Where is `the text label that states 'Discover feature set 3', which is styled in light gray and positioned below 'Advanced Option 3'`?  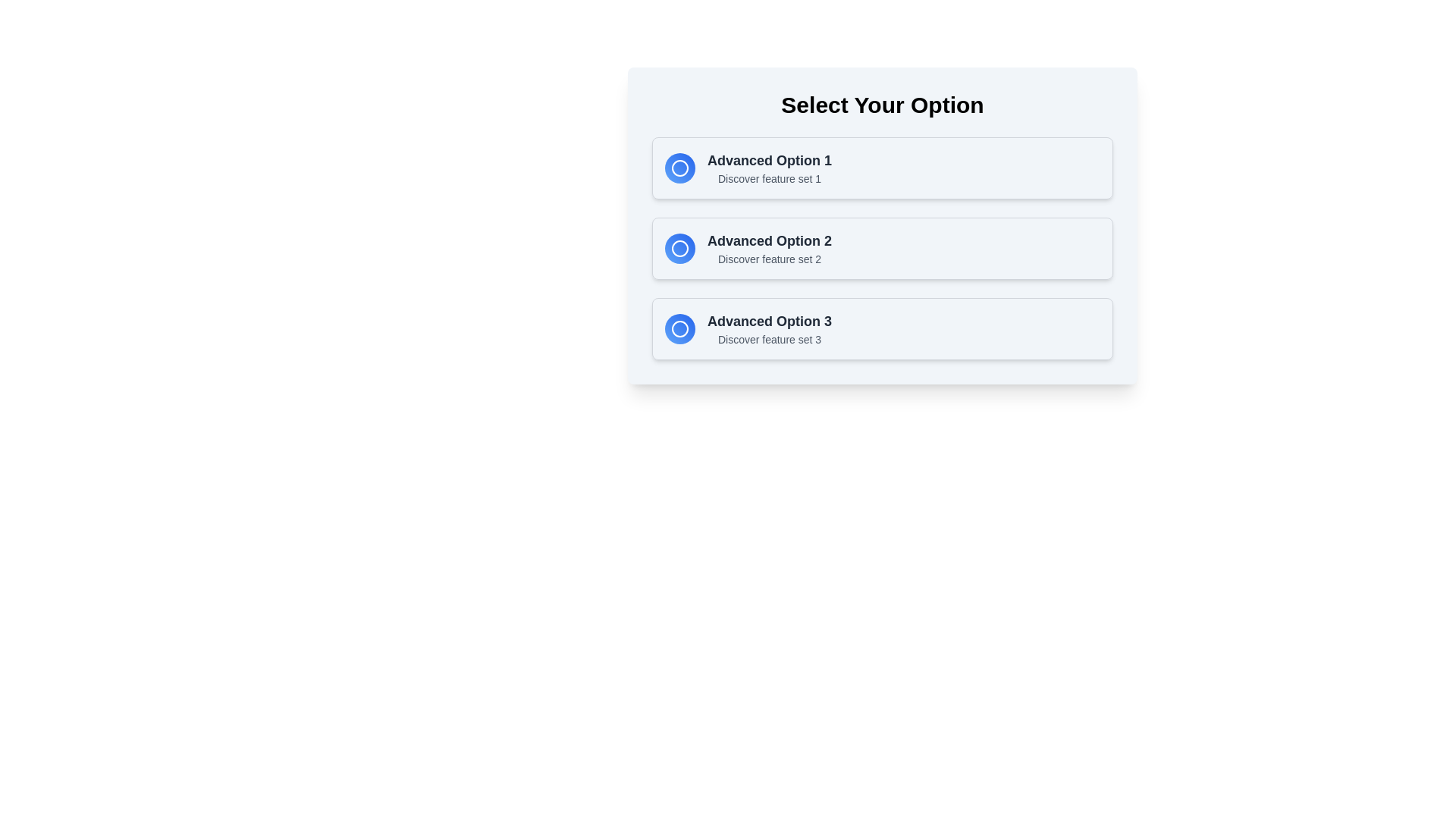 the text label that states 'Discover feature set 3', which is styled in light gray and positioned below 'Advanced Option 3' is located at coordinates (770, 338).